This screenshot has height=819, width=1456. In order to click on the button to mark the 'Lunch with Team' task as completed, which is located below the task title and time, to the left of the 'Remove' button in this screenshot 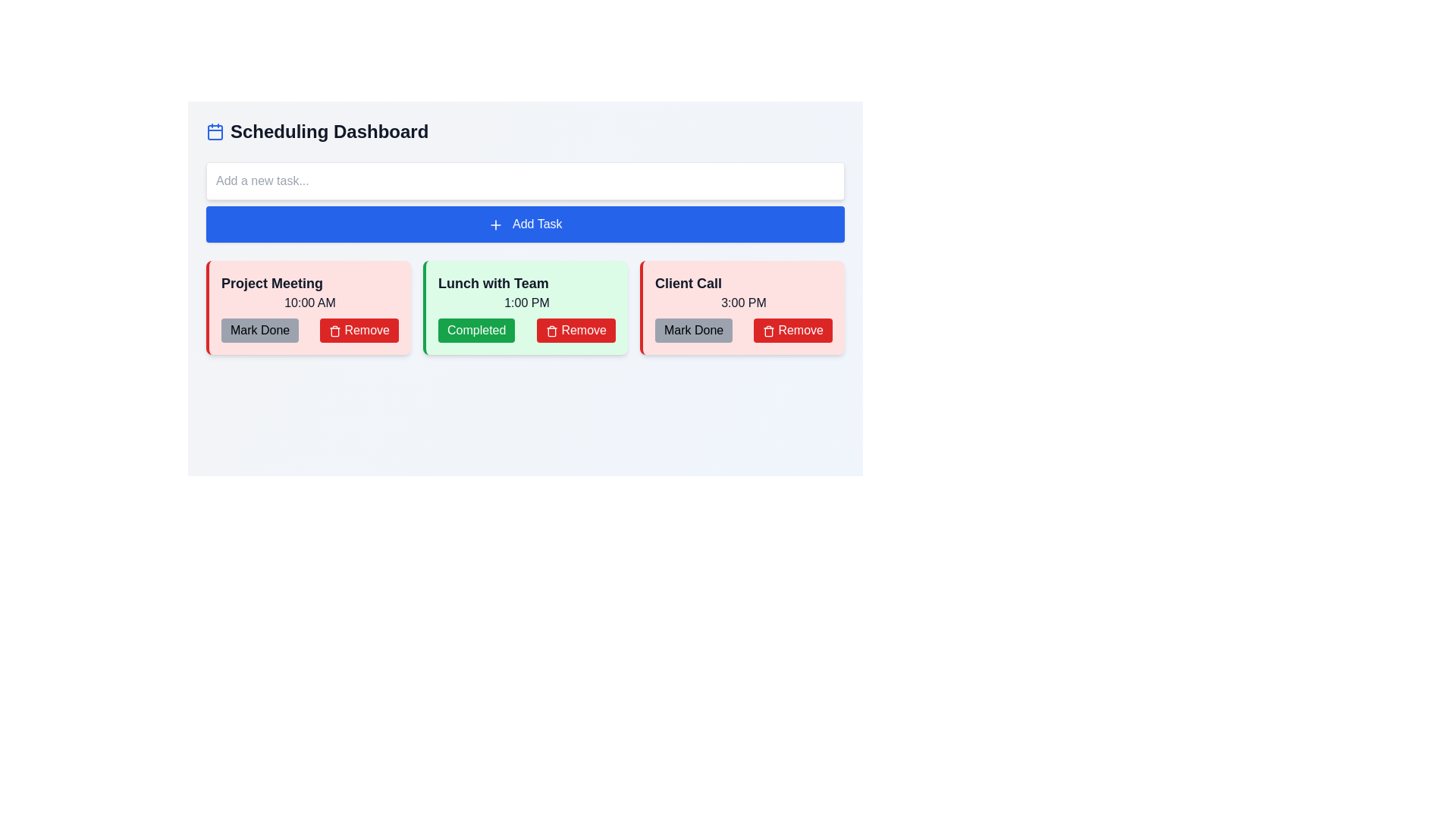, I will do `click(475, 329)`.